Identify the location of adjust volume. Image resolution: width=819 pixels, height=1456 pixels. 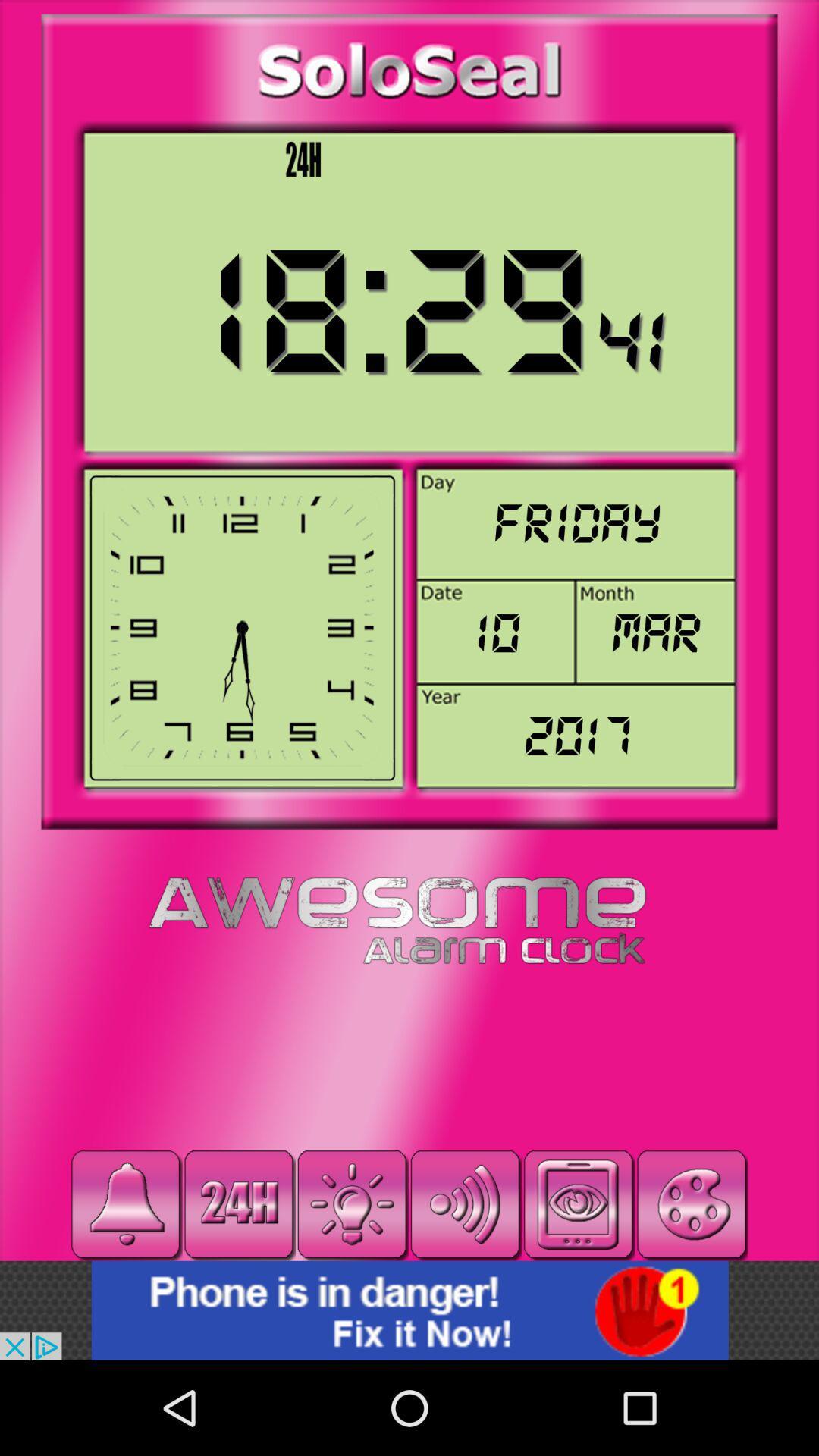
(464, 1203).